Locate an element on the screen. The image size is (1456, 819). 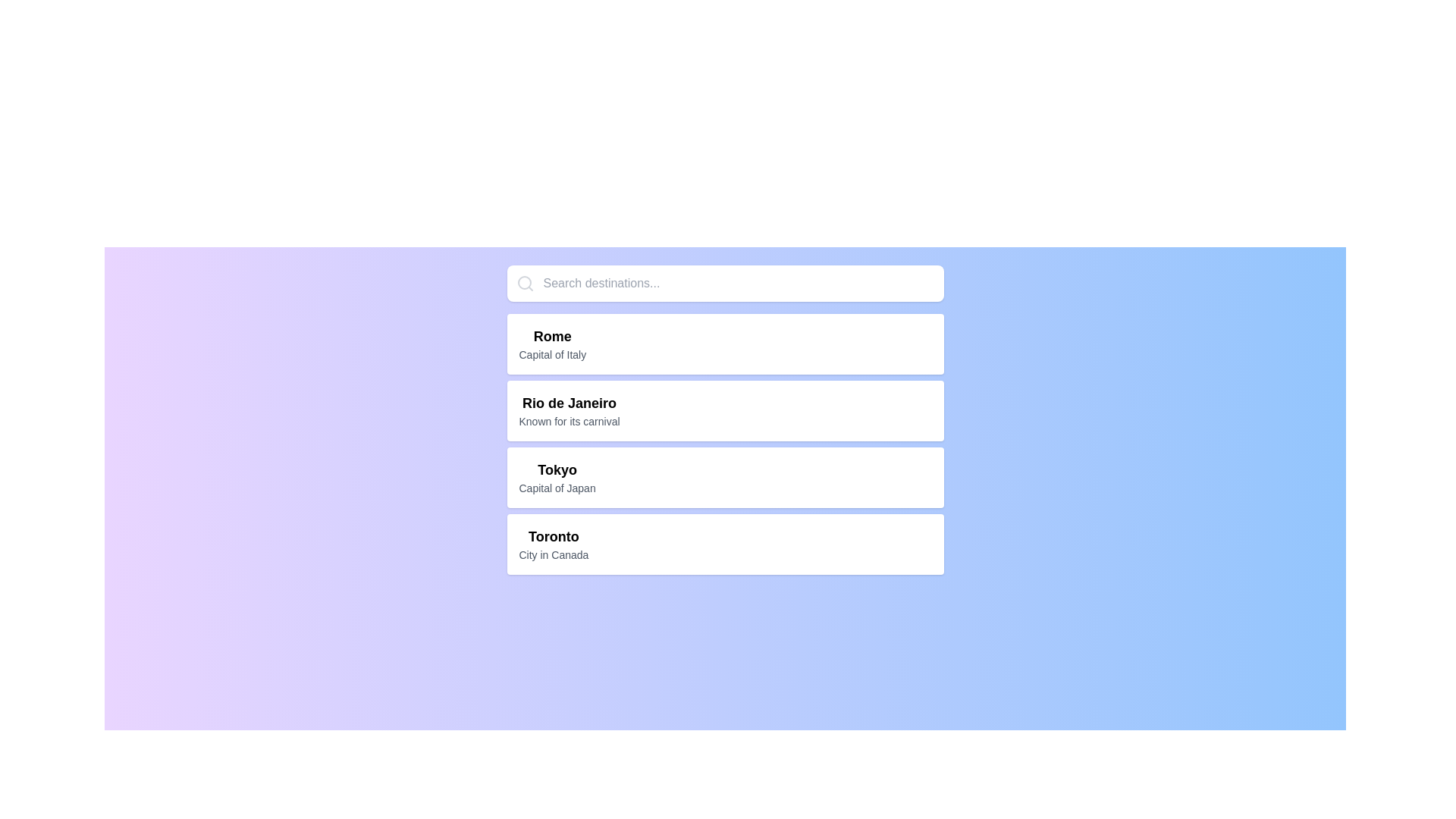
properties of the text label located beneath the 'Tokyo' title within the third card of a vertical list is located at coordinates (557, 488).